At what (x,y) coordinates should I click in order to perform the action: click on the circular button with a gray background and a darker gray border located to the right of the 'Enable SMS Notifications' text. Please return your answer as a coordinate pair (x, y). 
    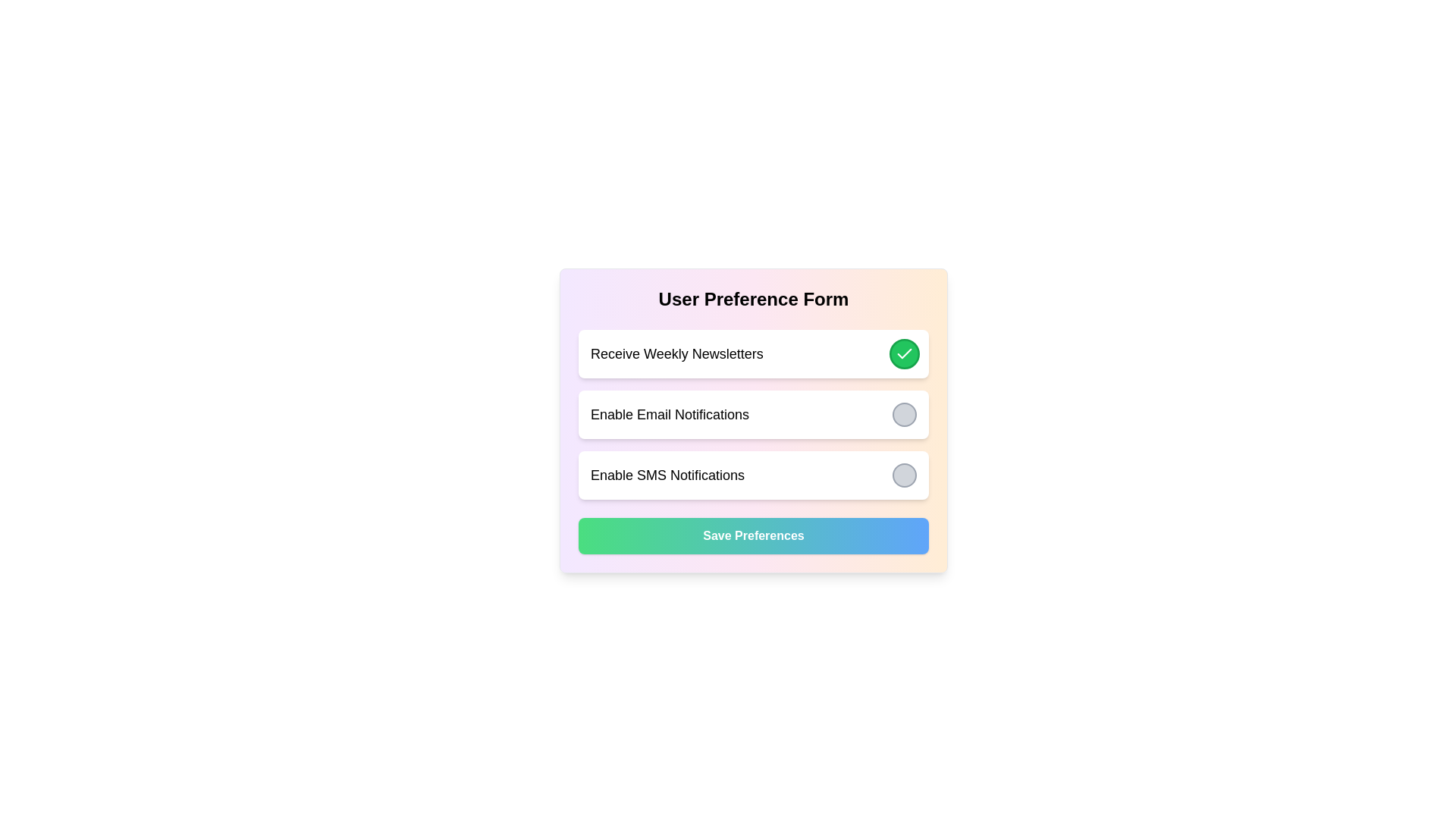
    Looking at the image, I should click on (905, 475).